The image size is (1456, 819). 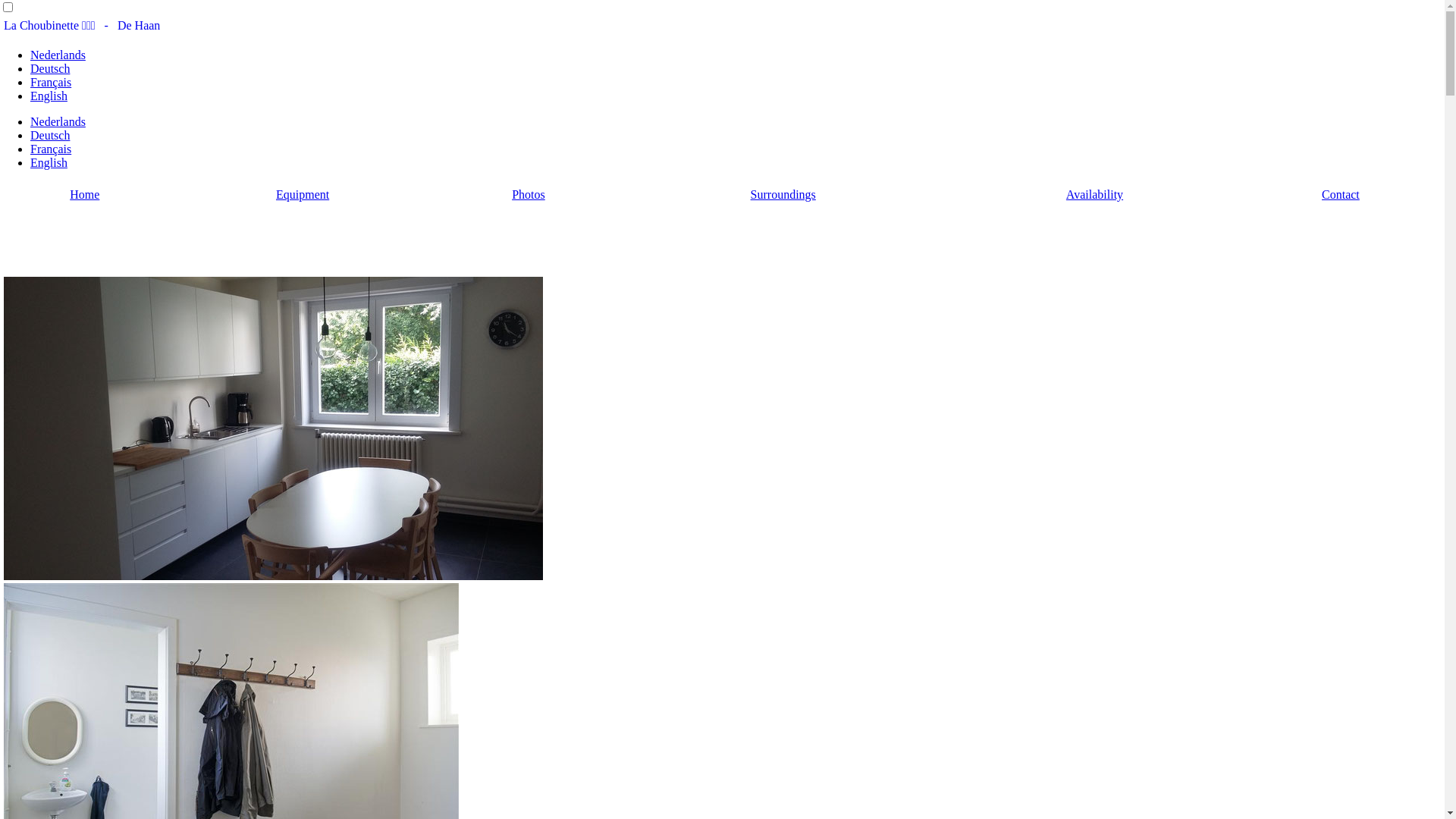 What do you see at coordinates (276, 193) in the screenshot?
I see `'Equipment'` at bounding box center [276, 193].